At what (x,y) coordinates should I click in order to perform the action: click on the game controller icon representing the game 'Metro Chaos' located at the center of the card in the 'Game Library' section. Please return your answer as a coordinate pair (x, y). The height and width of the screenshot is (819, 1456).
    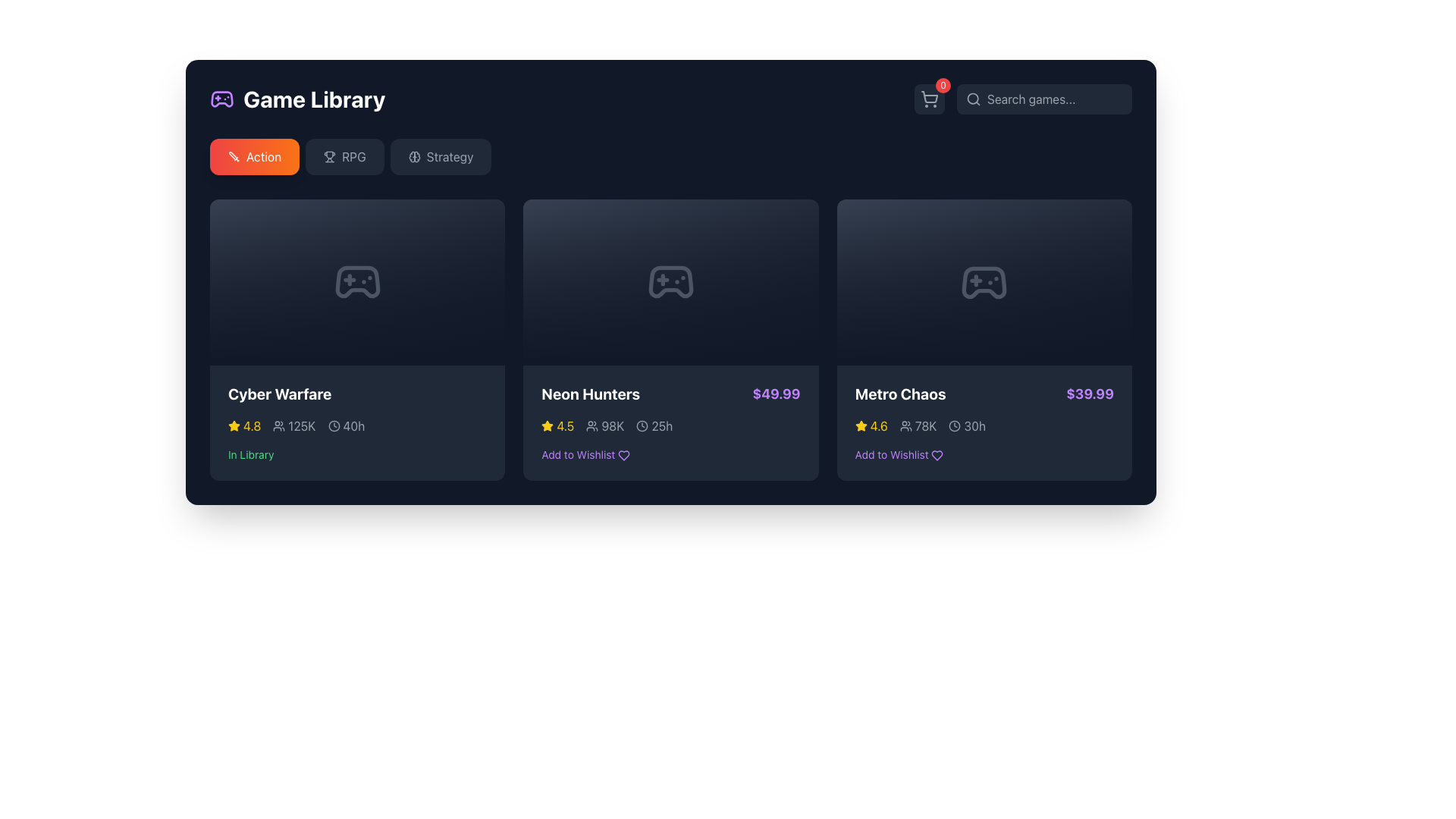
    Looking at the image, I should click on (984, 282).